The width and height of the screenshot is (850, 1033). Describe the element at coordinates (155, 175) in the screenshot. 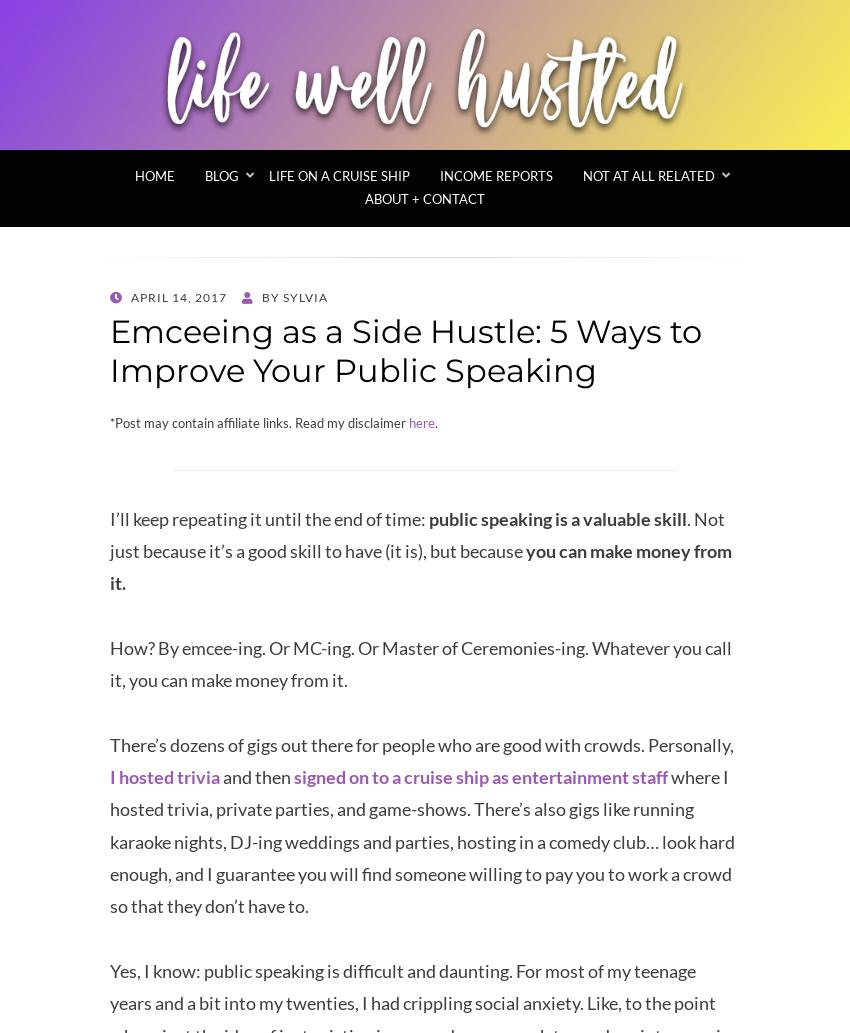

I see `'Home'` at that location.